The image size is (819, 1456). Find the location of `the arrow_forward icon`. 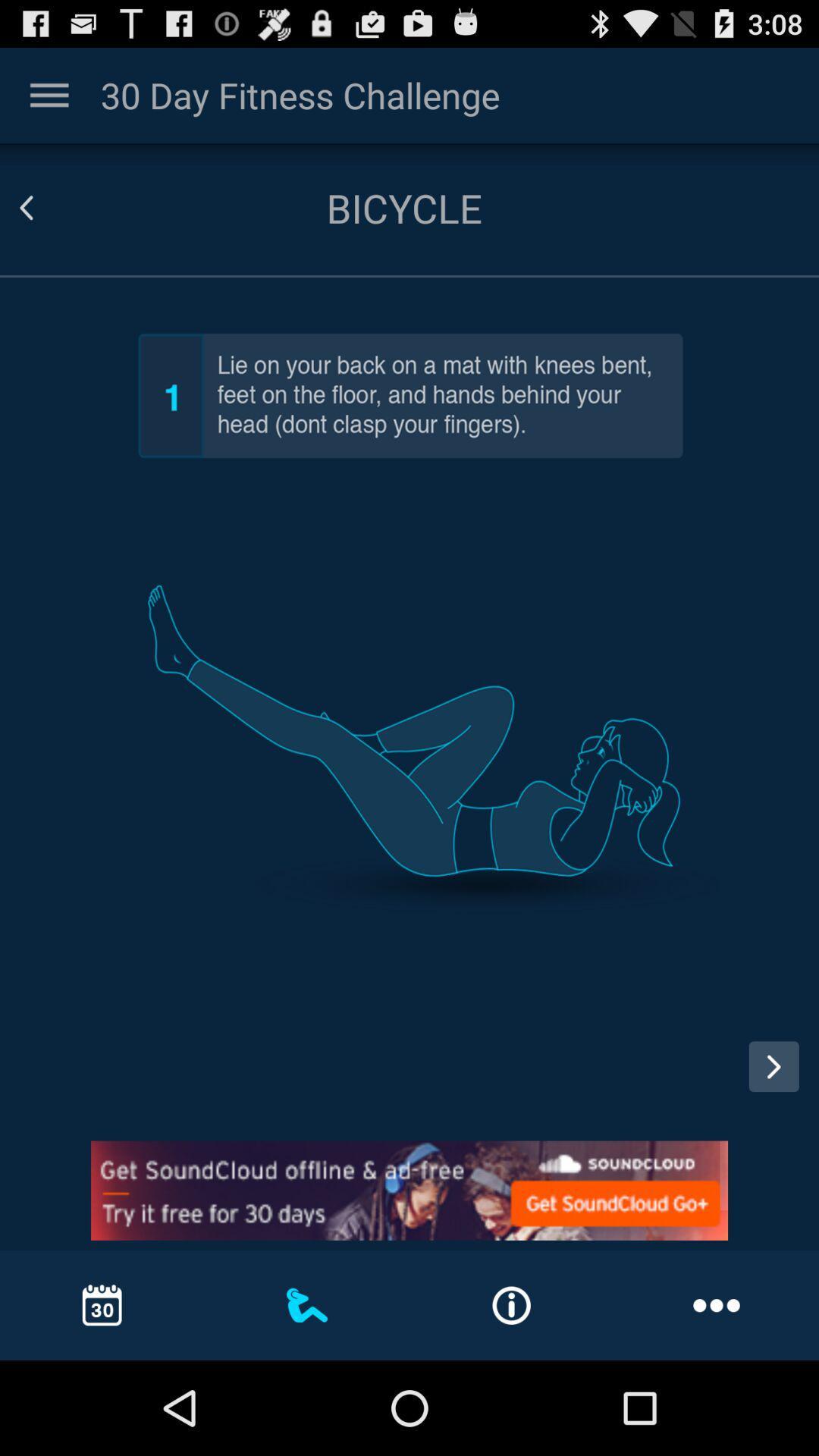

the arrow_forward icon is located at coordinates (779, 1156).